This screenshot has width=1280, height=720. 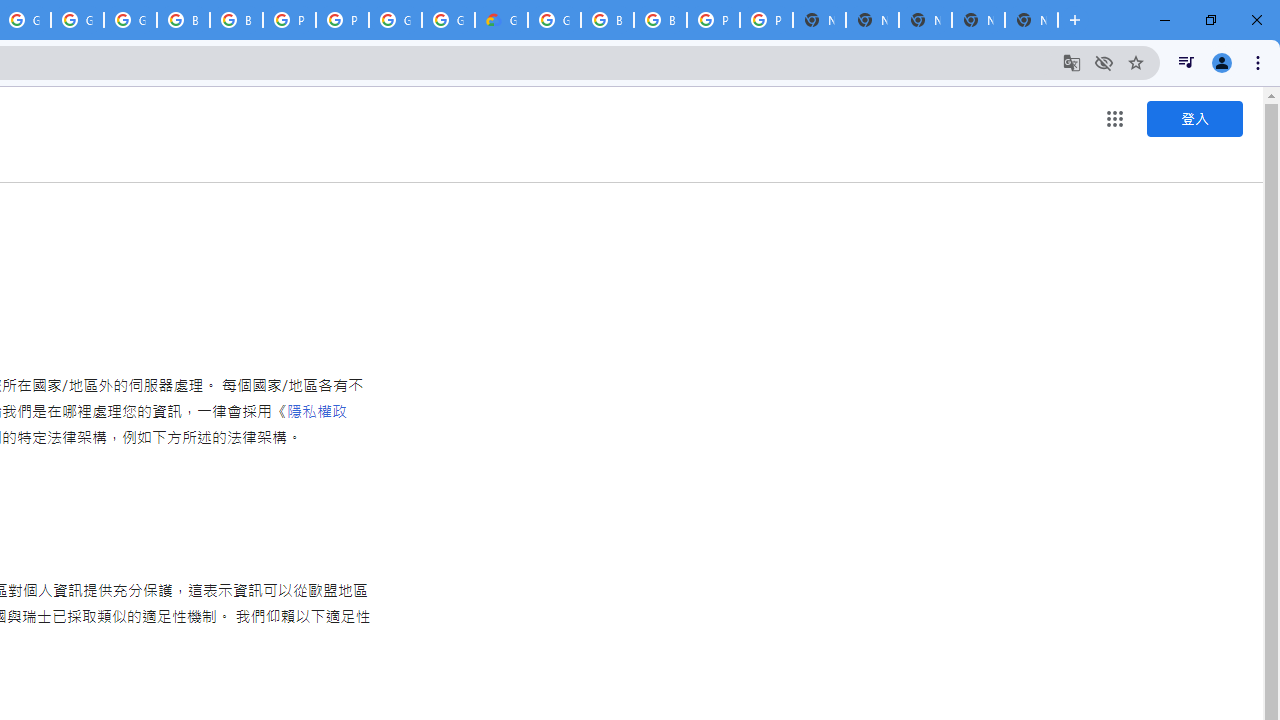 What do you see at coordinates (395, 20) in the screenshot?
I see `'Google Cloud Platform'` at bounding box center [395, 20].